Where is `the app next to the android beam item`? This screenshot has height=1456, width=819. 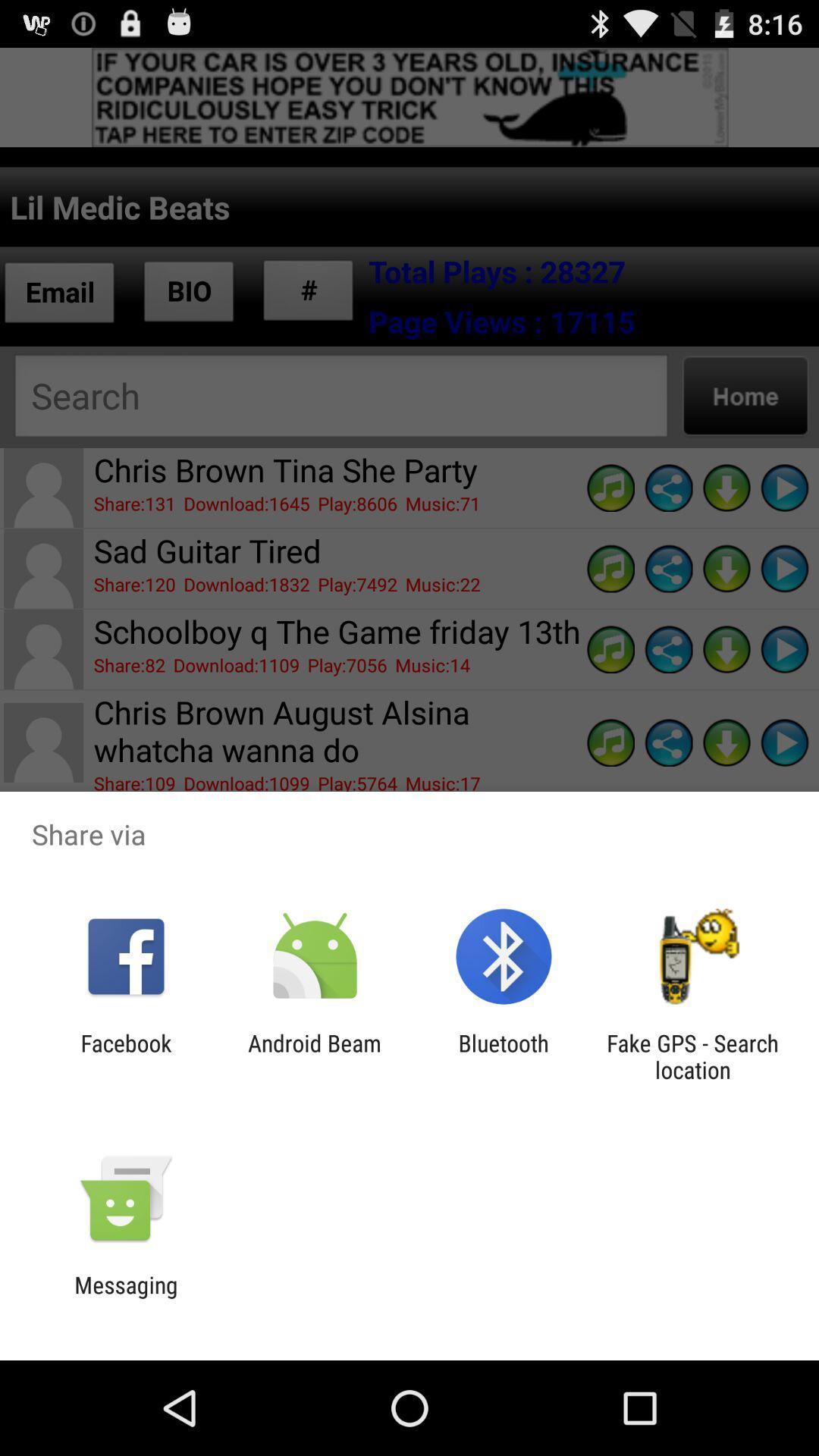
the app next to the android beam item is located at coordinates (504, 1056).